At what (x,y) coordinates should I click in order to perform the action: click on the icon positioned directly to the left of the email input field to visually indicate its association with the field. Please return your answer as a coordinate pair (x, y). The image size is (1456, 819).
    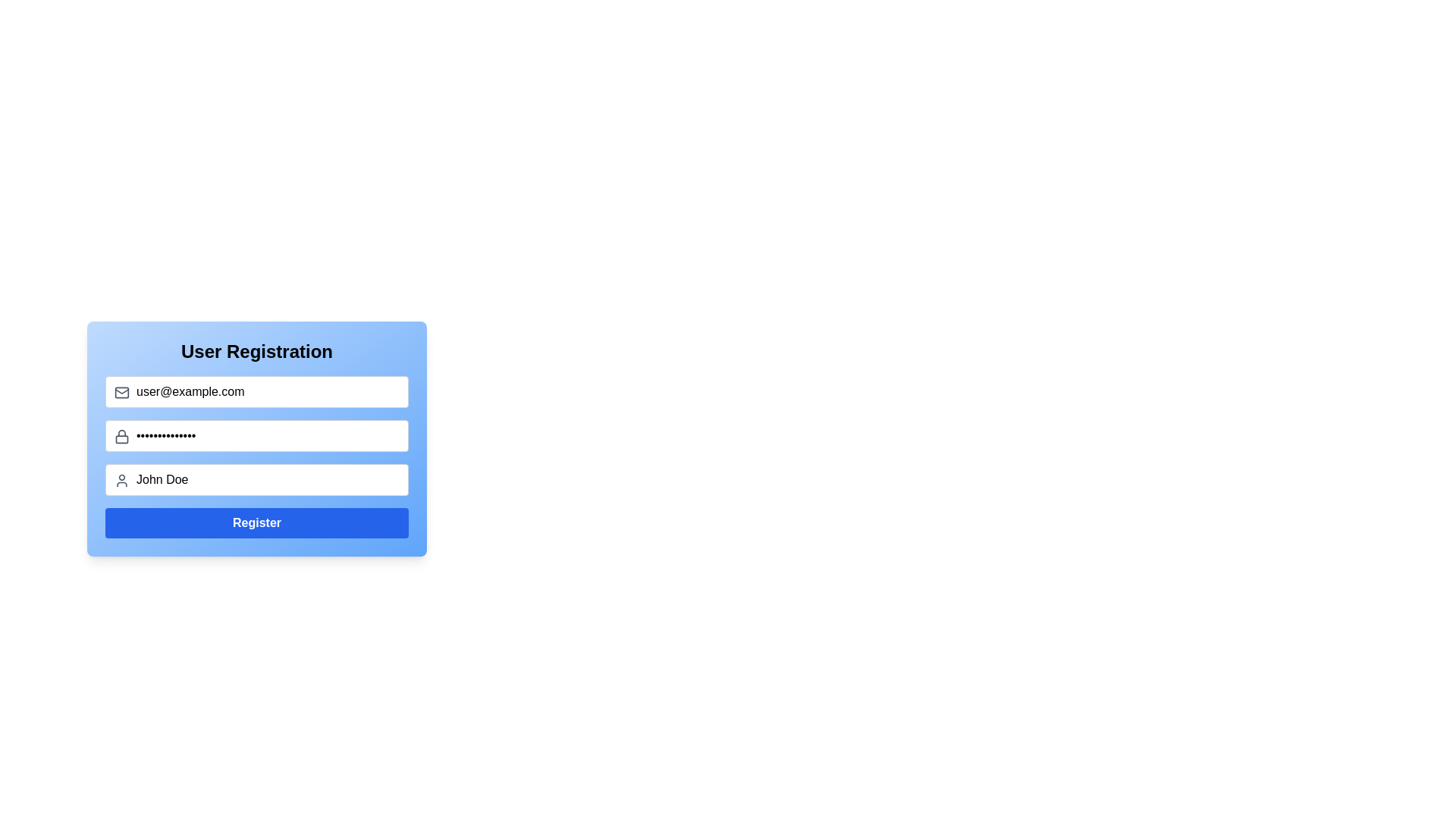
    Looking at the image, I should click on (122, 391).